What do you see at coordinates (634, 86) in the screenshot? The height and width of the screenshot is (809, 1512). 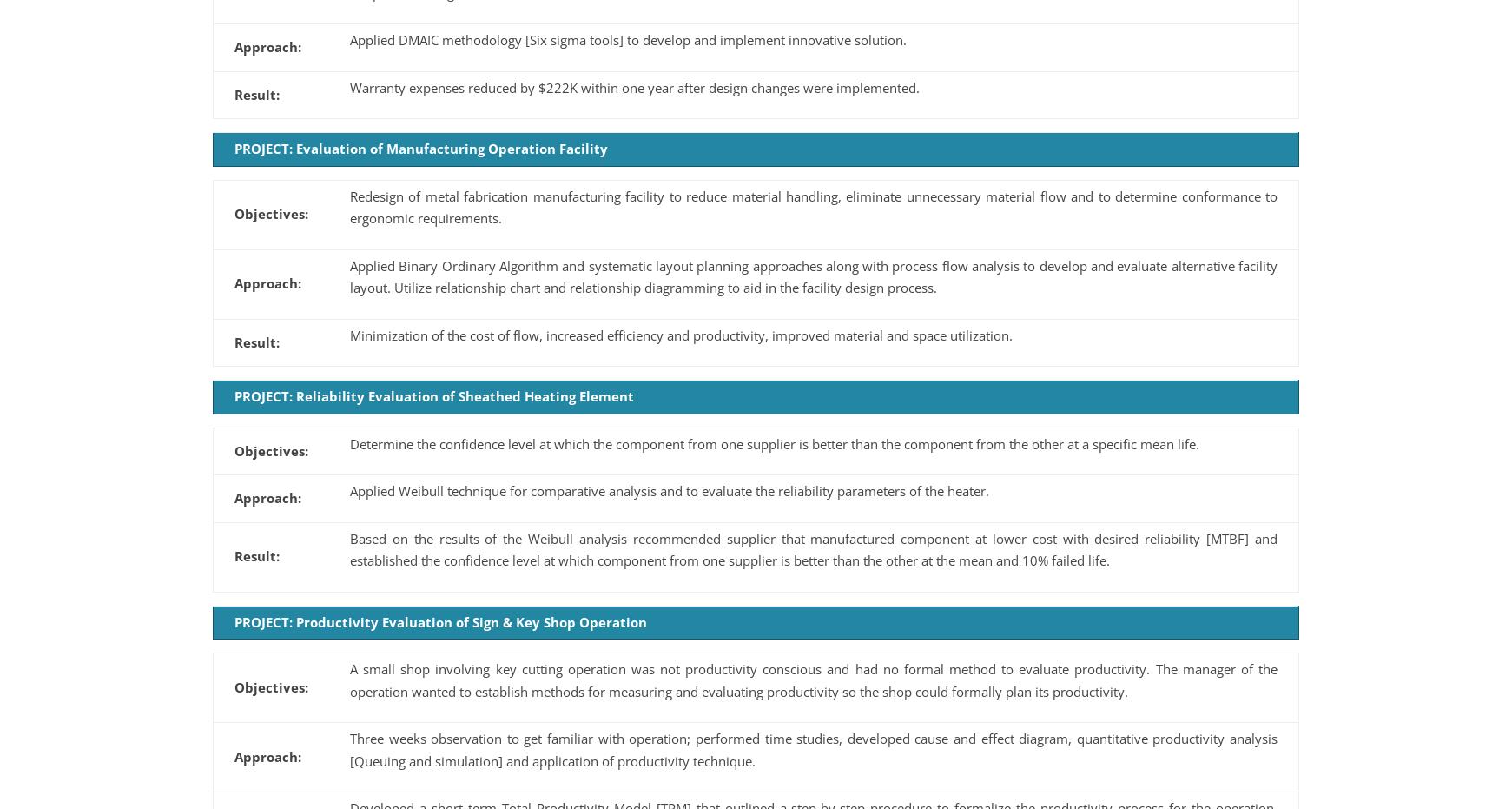 I see `'Warranty expenses reduced by $222K within one year after design changes were implemented.'` at bounding box center [634, 86].